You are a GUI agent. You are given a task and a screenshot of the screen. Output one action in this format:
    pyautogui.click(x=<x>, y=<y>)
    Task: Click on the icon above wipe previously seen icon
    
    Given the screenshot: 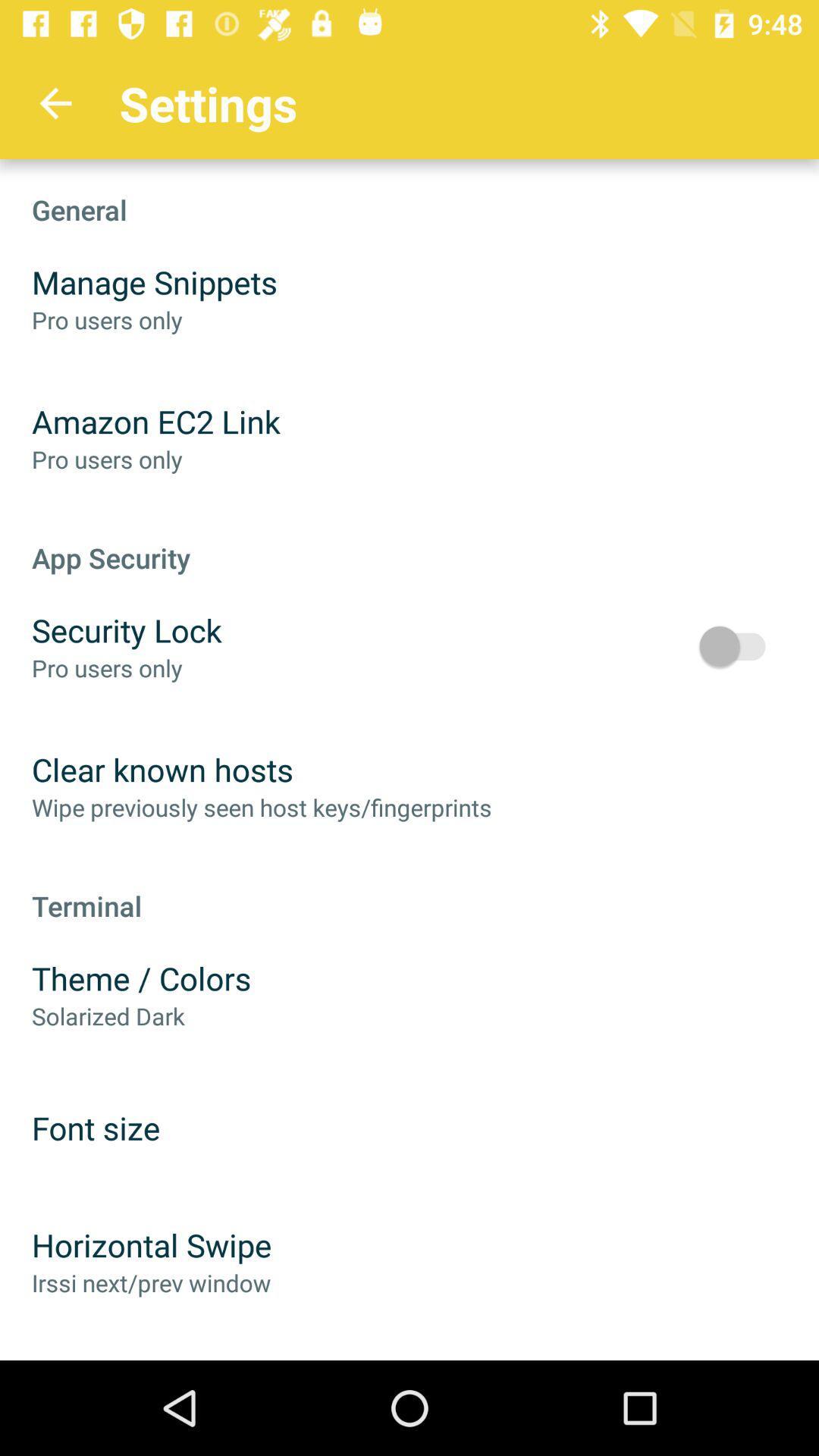 What is the action you would take?
    pyautogui.click(x=162, y=769)
    